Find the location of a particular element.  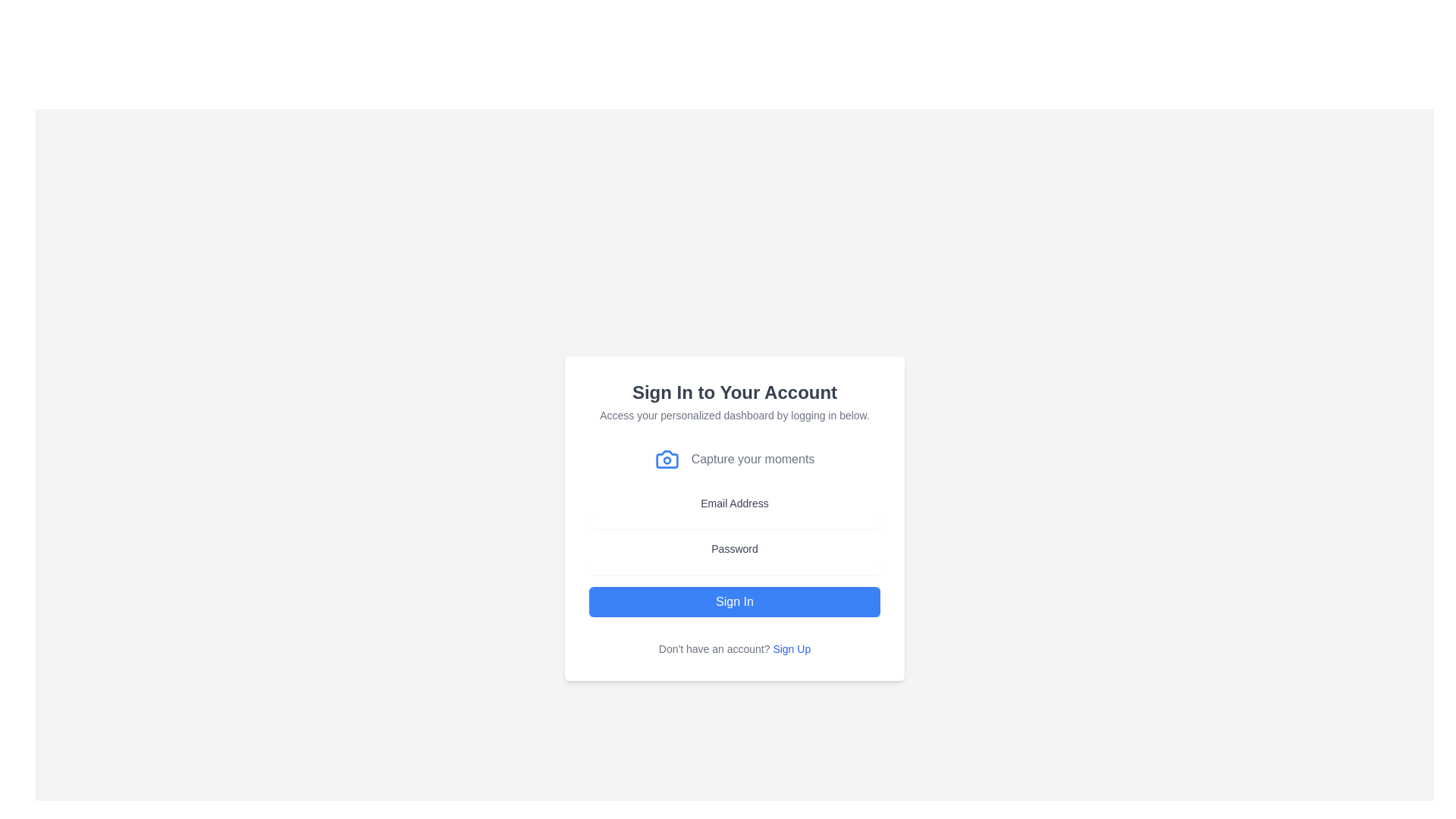

the decorative element of the camera icon located to the left of the text 'Capture your moments', which represents the top shape of the camera body is located at coordinates (667, 458).